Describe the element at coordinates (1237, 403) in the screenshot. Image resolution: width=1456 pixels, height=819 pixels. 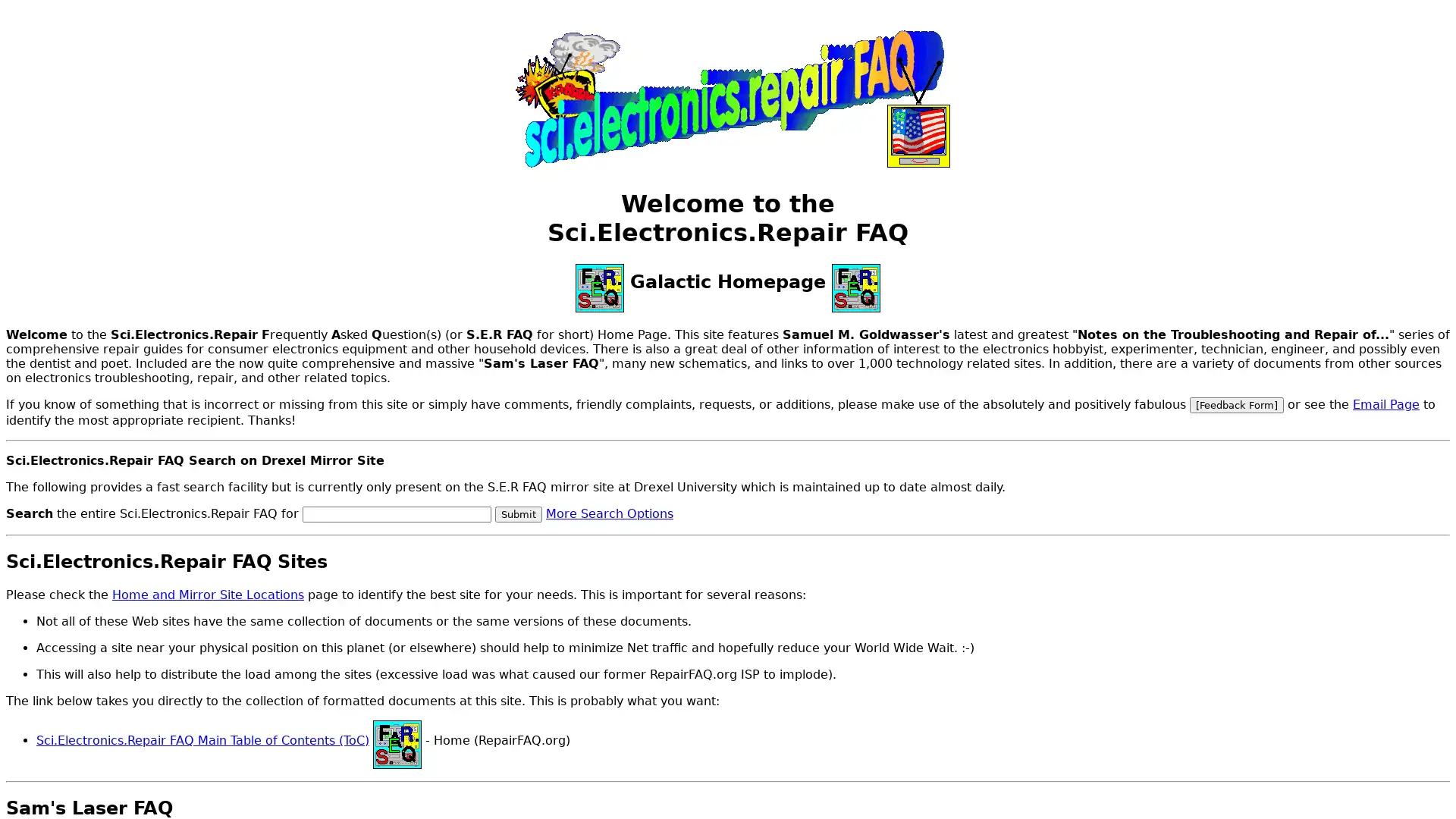
I see `[Feedback Form]` at that location.